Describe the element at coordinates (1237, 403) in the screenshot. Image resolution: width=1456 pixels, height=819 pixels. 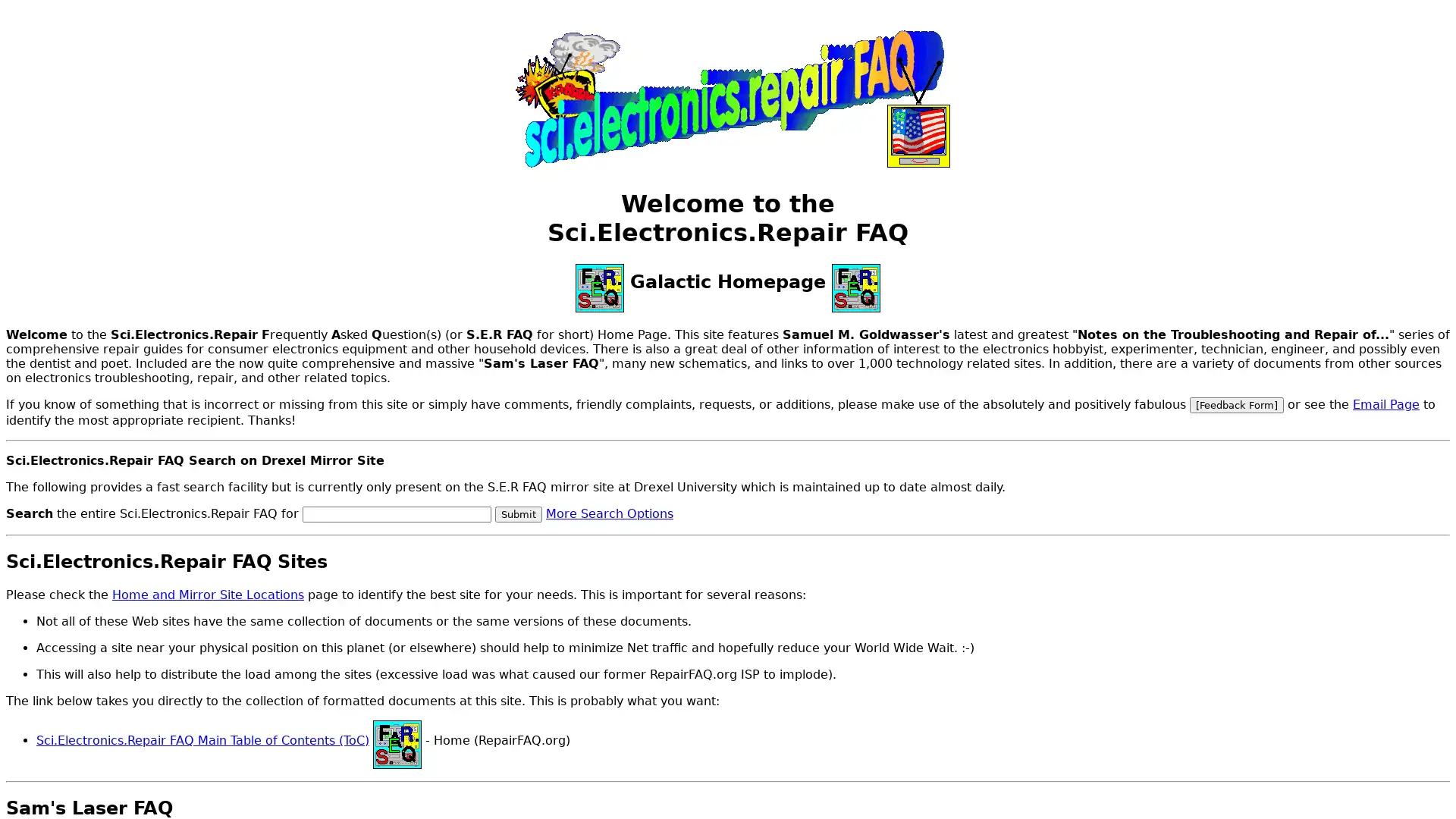
I see `[Feedback Form]` at that location.